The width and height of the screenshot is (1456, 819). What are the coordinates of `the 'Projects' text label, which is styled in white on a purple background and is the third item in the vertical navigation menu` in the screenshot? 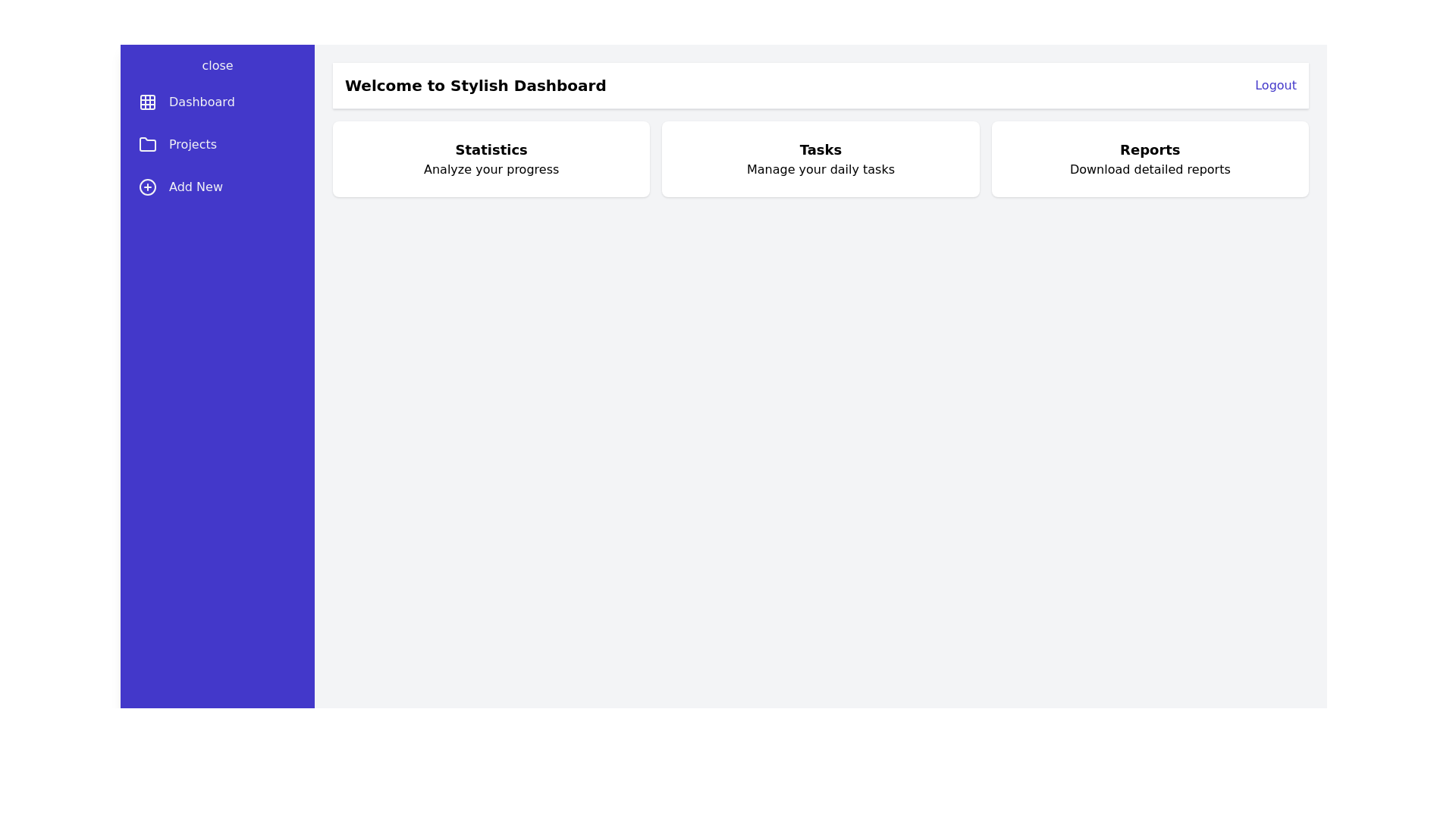 It's located at (192, 145).